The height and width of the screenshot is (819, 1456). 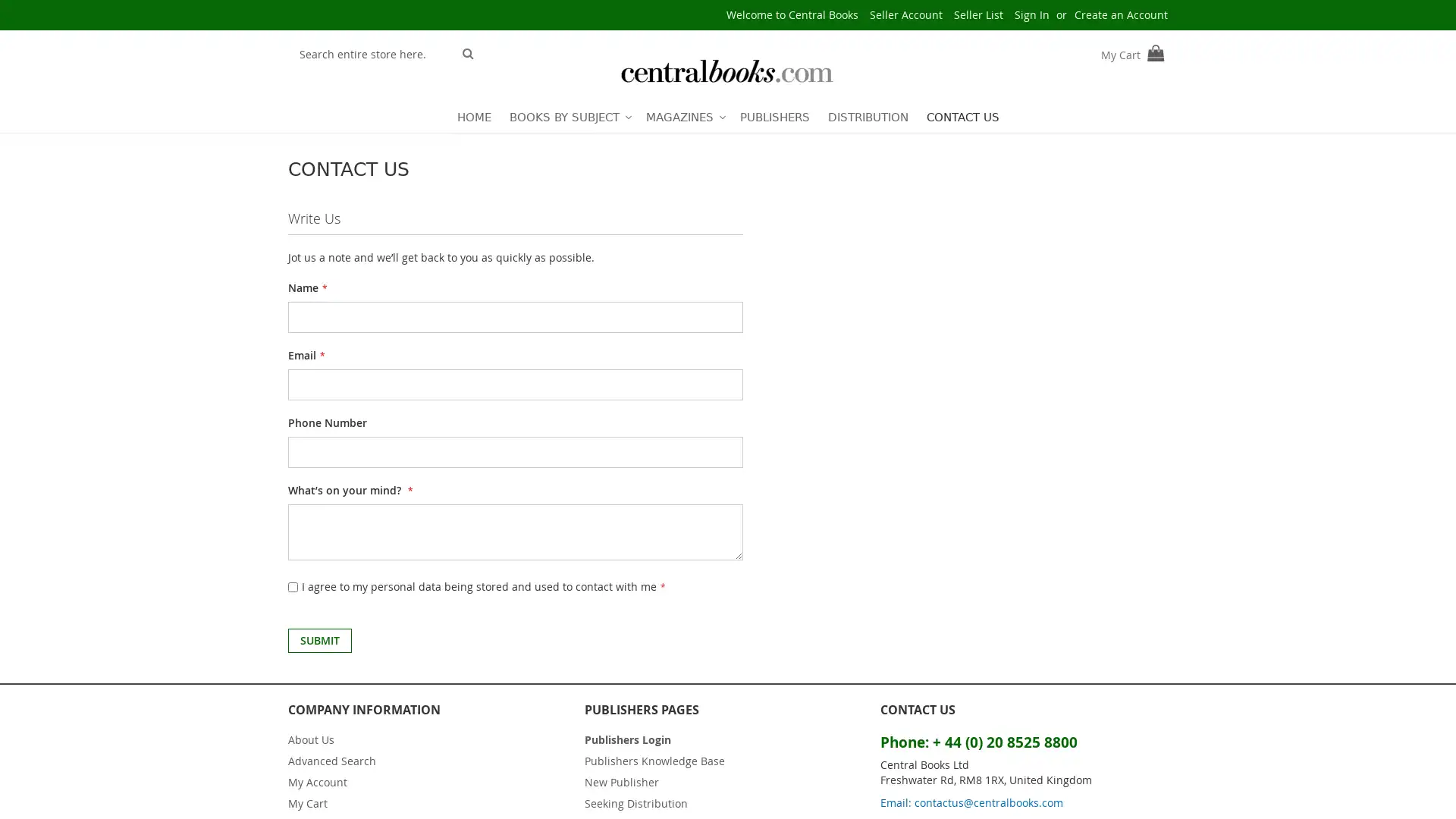 What do you see at coordinates (319, 640) in the screenshot?
I see `SUBMIT` at bounding box center [319, 640].